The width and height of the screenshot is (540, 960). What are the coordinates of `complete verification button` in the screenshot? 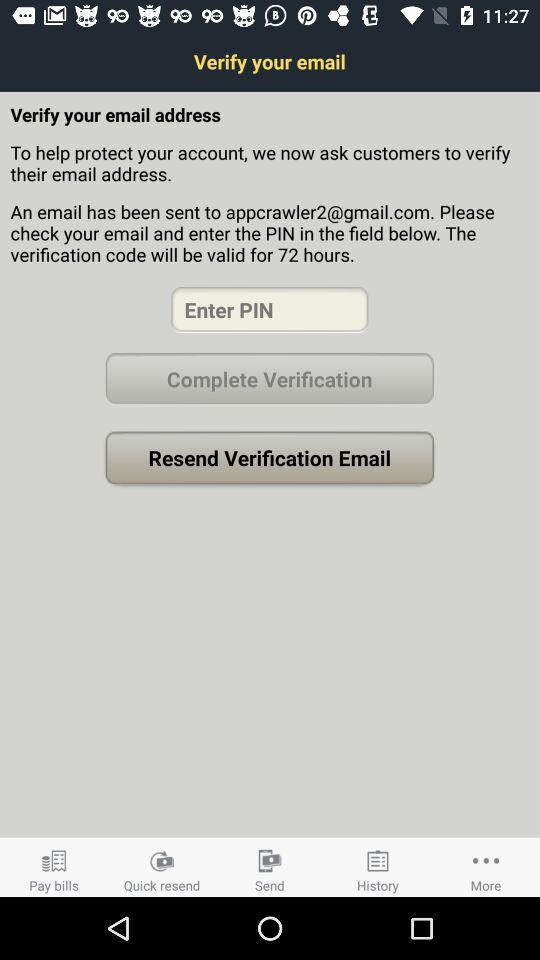 It's located at (269, 378).